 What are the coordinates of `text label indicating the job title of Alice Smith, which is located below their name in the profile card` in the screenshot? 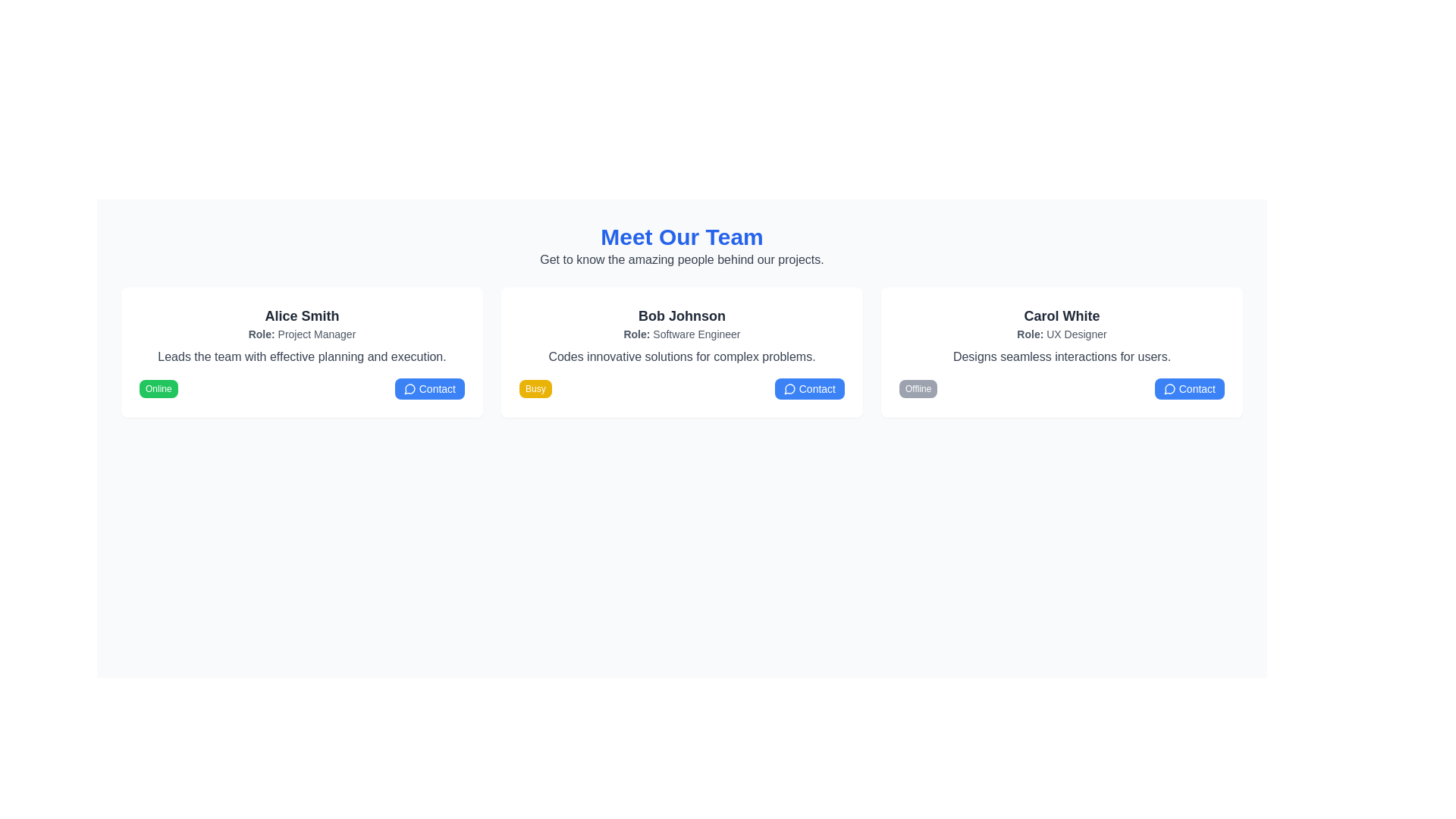 It's located at (302, 333).